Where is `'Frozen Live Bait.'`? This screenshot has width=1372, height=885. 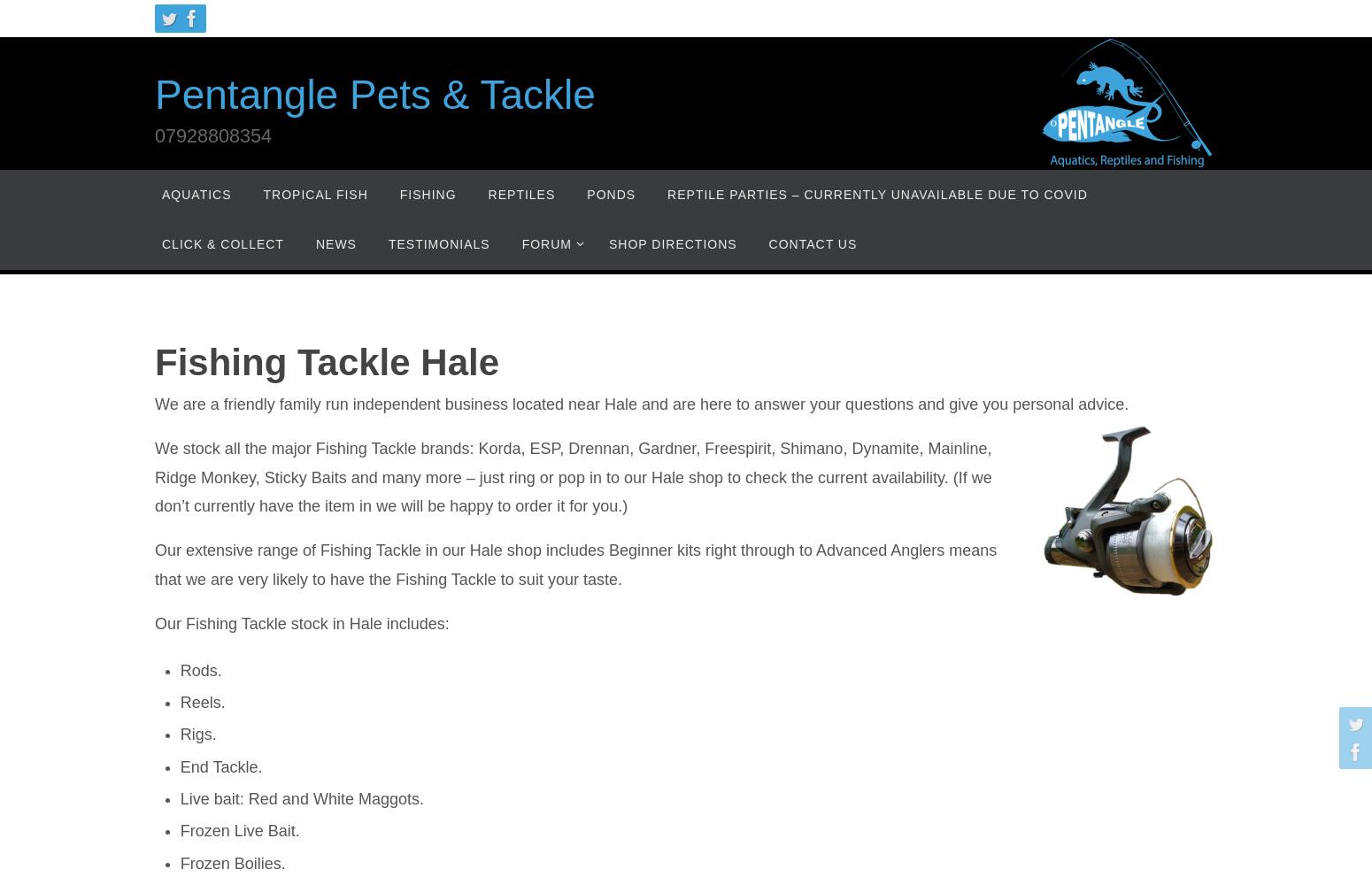 'Frozen Live Bait.' is located at coordinates (239, 830).